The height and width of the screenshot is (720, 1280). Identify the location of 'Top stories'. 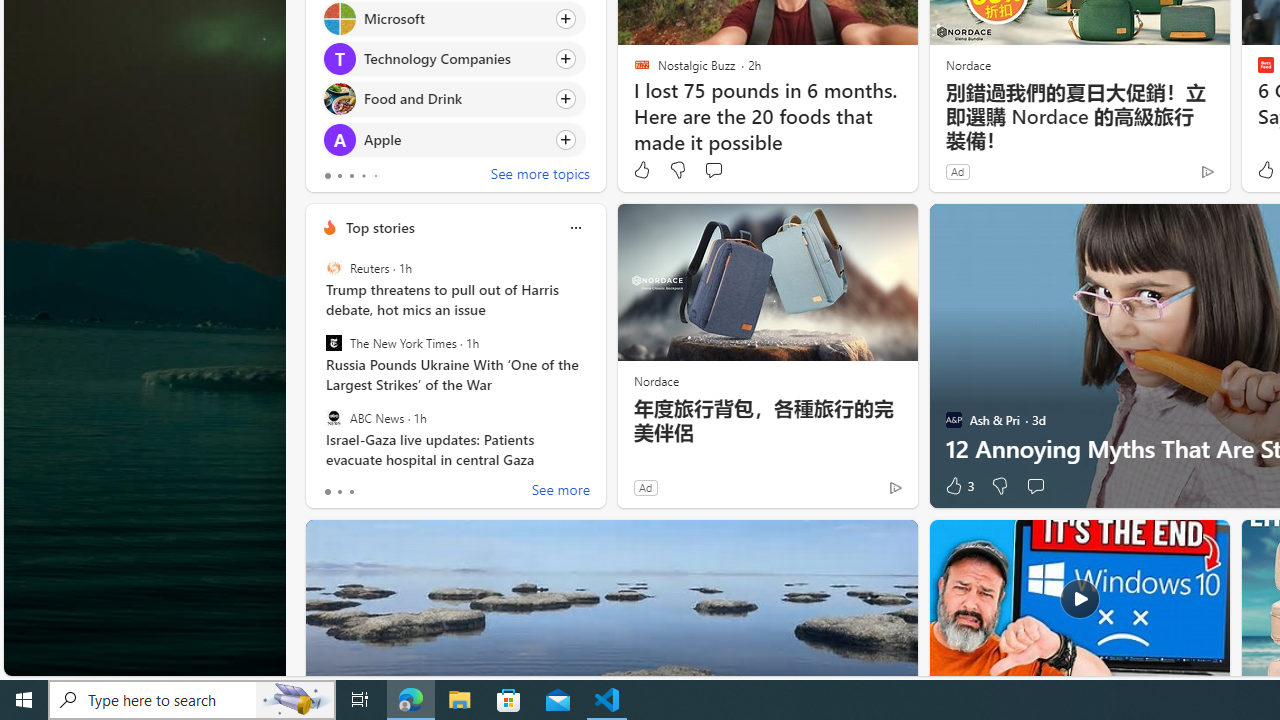
(380, 226).